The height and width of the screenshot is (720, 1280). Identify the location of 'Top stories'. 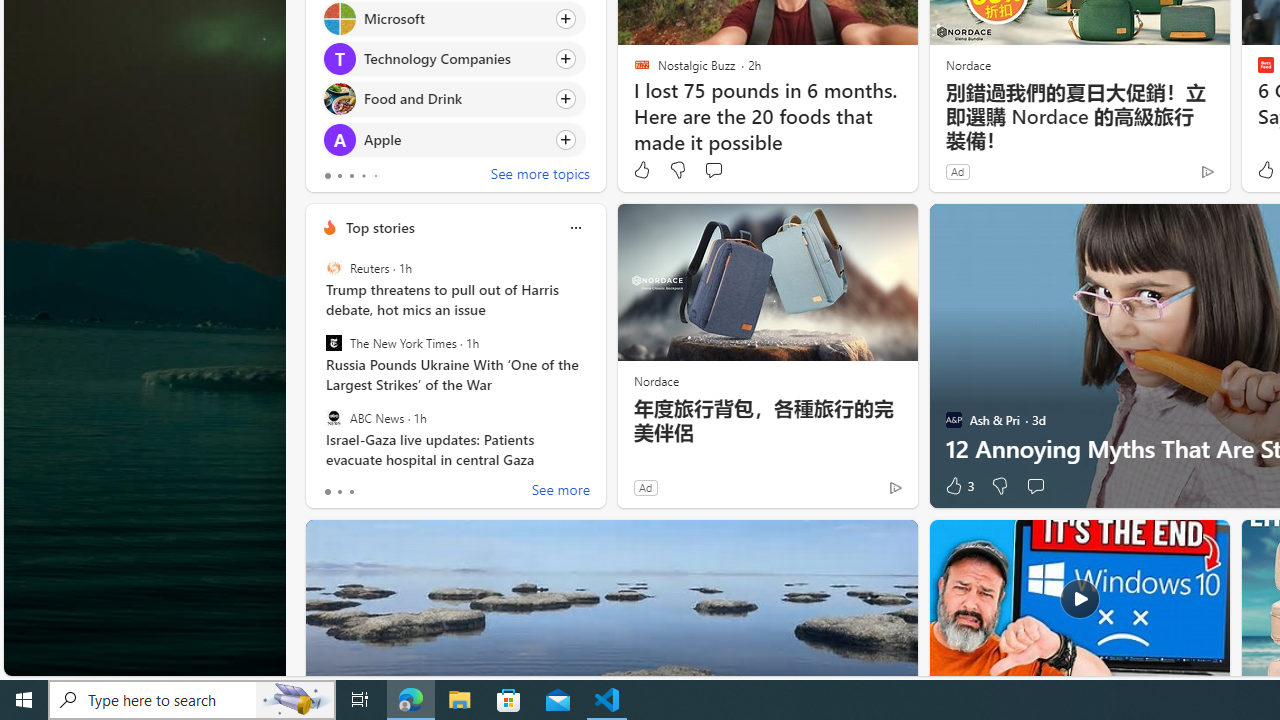
(380, 226).